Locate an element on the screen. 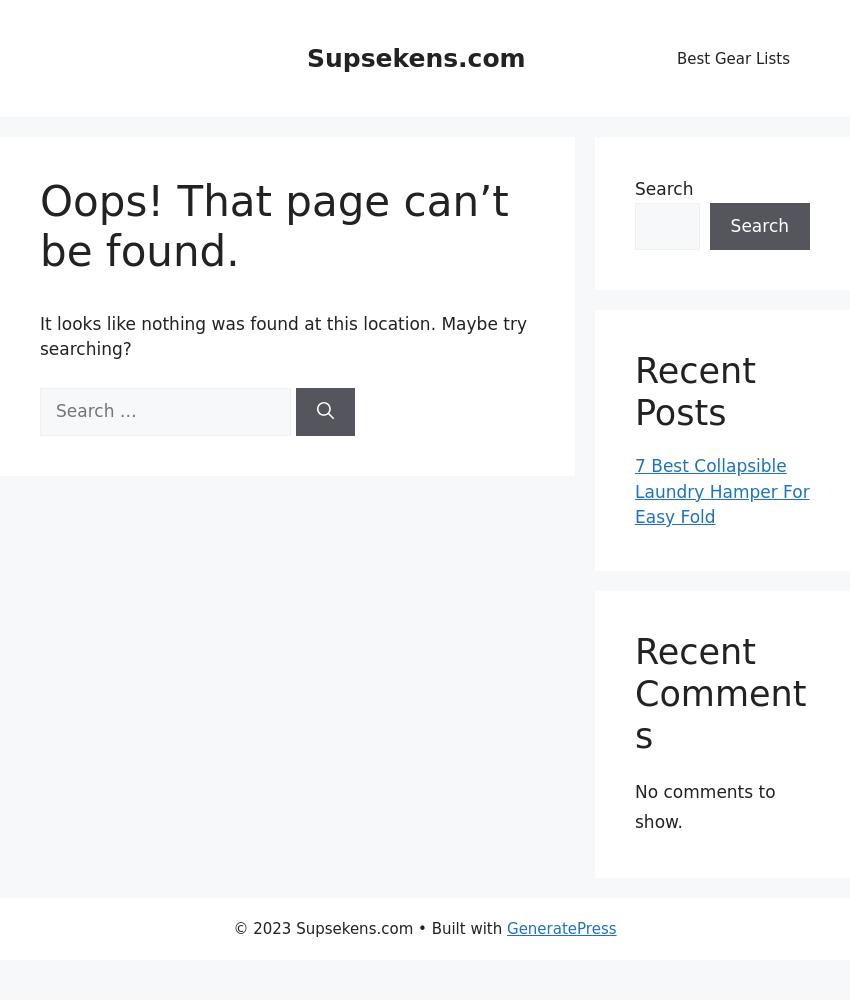 This screenshot has height=1000, width=850. 'Recent Posts' is located at coordinates (634, 392).